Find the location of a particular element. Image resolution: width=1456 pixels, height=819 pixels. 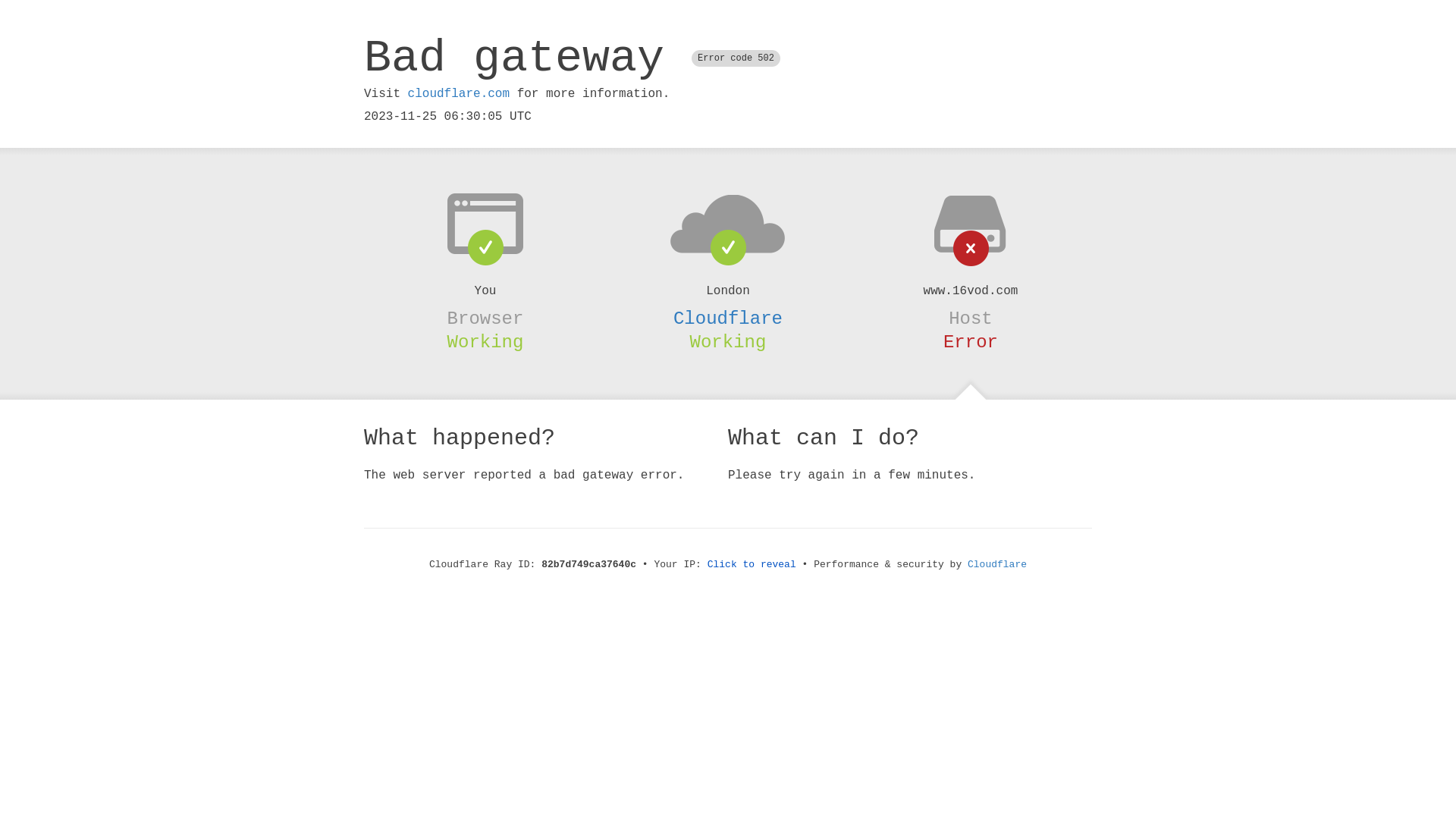

'Click to reveal' is located at coordinates (752, 564).